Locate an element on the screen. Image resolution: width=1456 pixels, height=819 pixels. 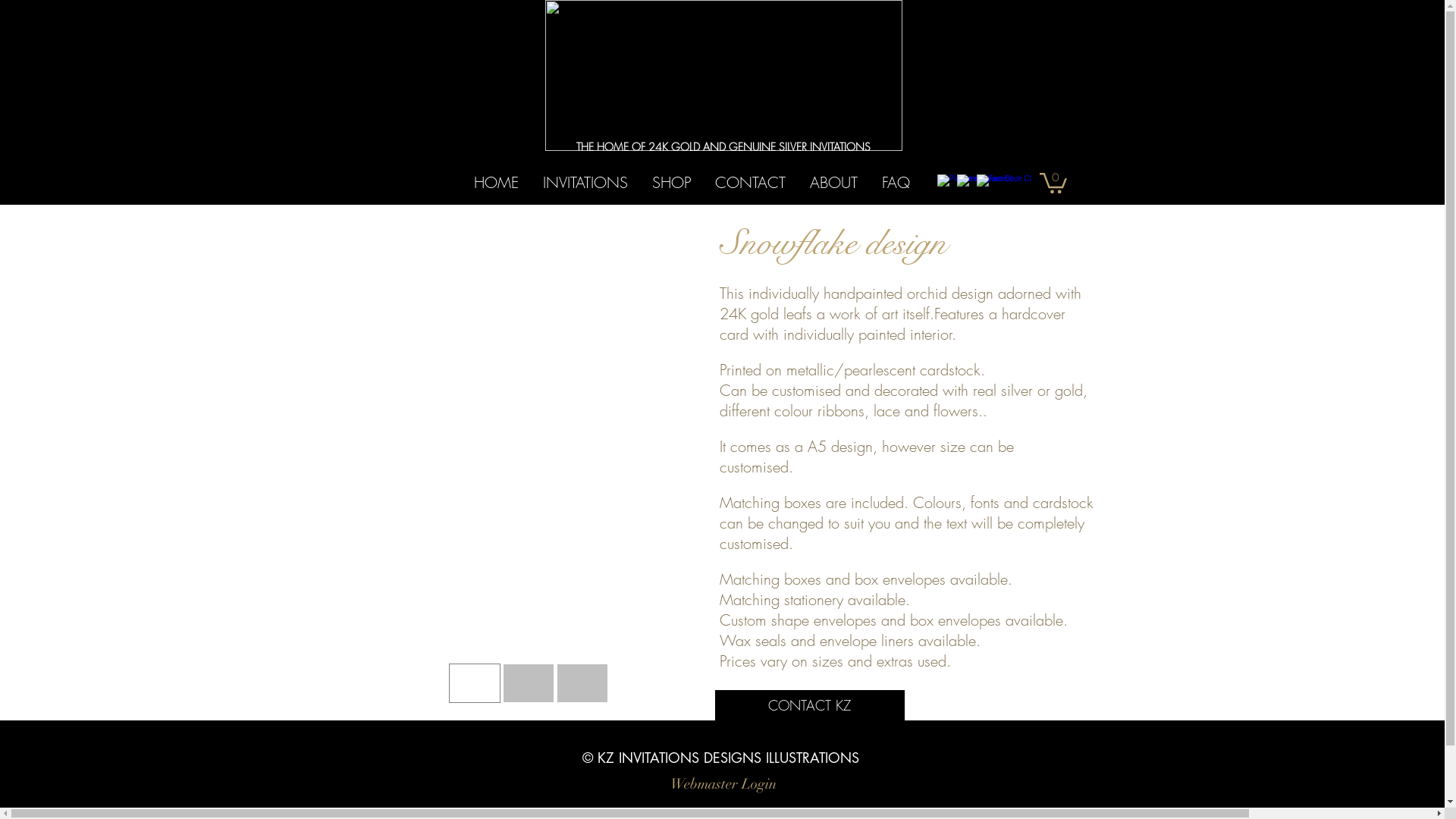
'0' is located at coordinates (1051, 180).